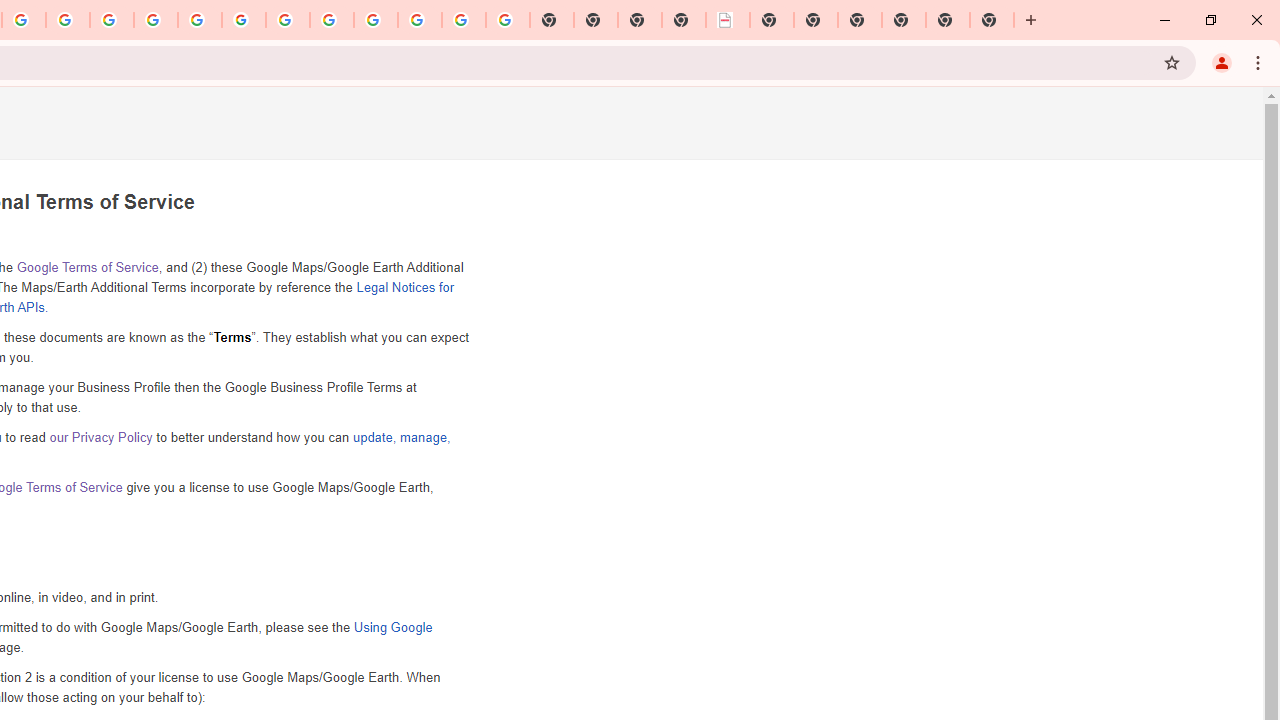 The image size is (1280, 720). I want to click on 'New Tab', so click(902, 20).